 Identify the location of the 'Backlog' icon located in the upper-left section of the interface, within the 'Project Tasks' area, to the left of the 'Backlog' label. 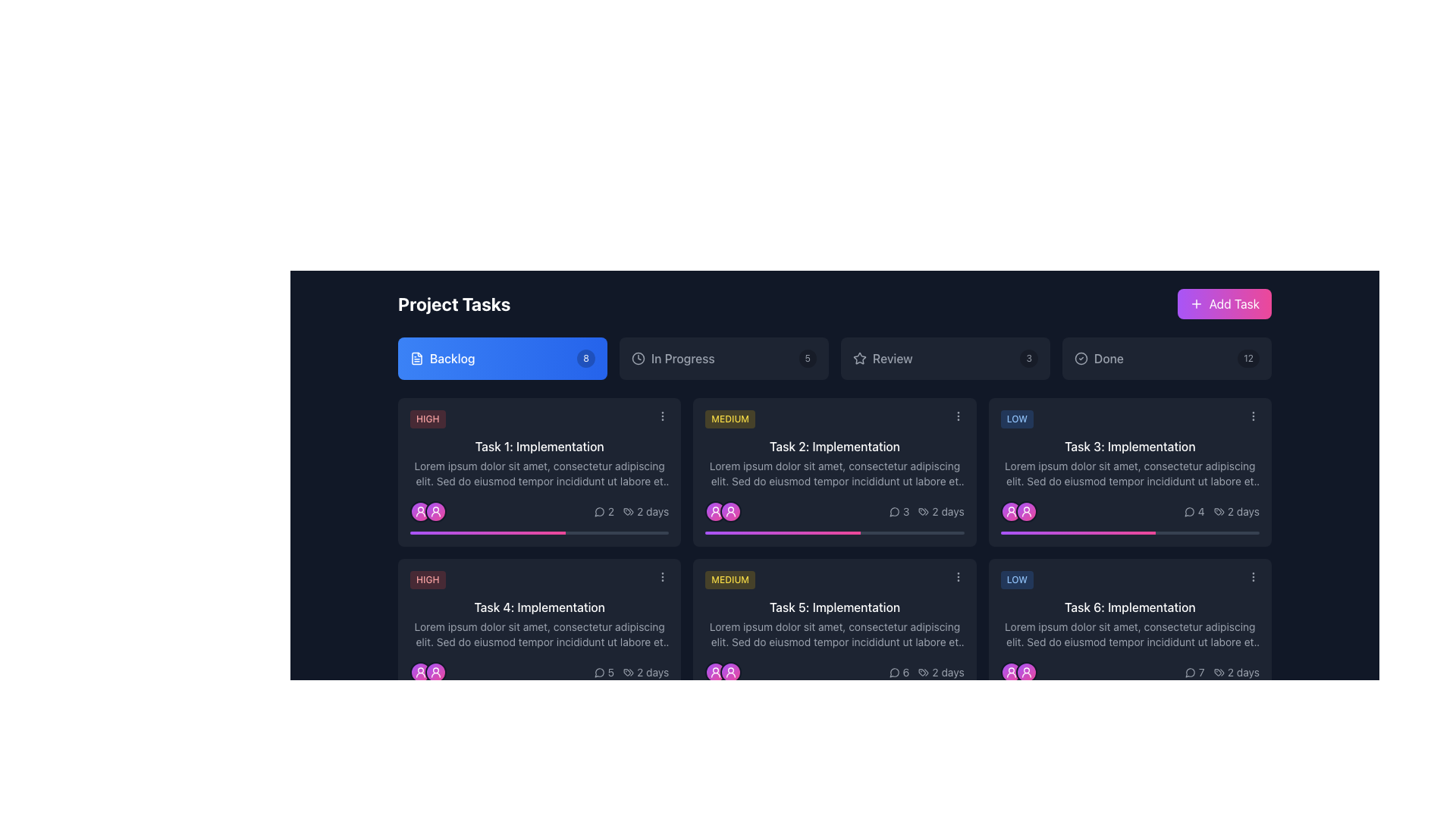
(417, 359).